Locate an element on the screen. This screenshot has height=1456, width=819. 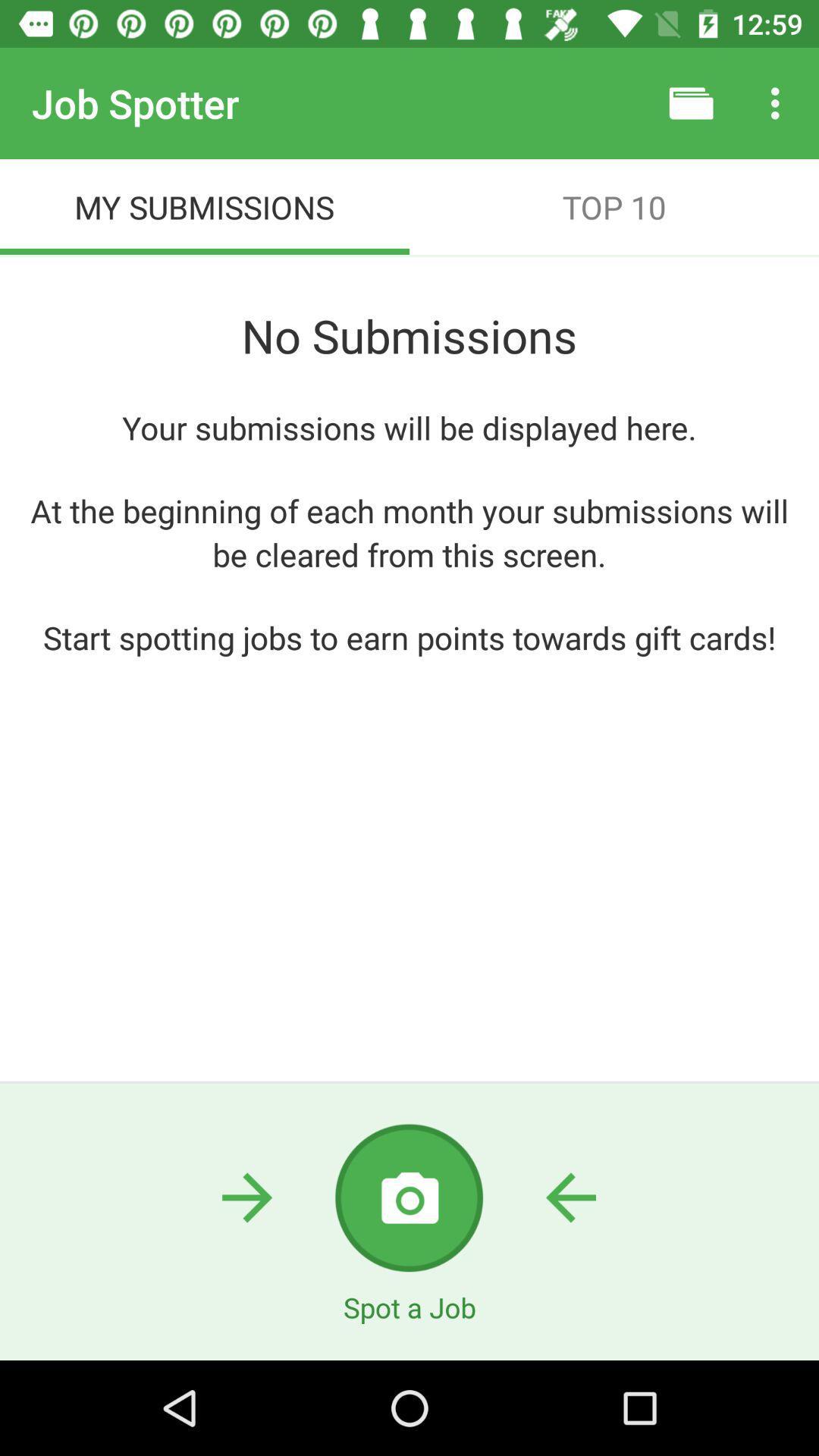
use camera is located at coordinates (408, 1197).